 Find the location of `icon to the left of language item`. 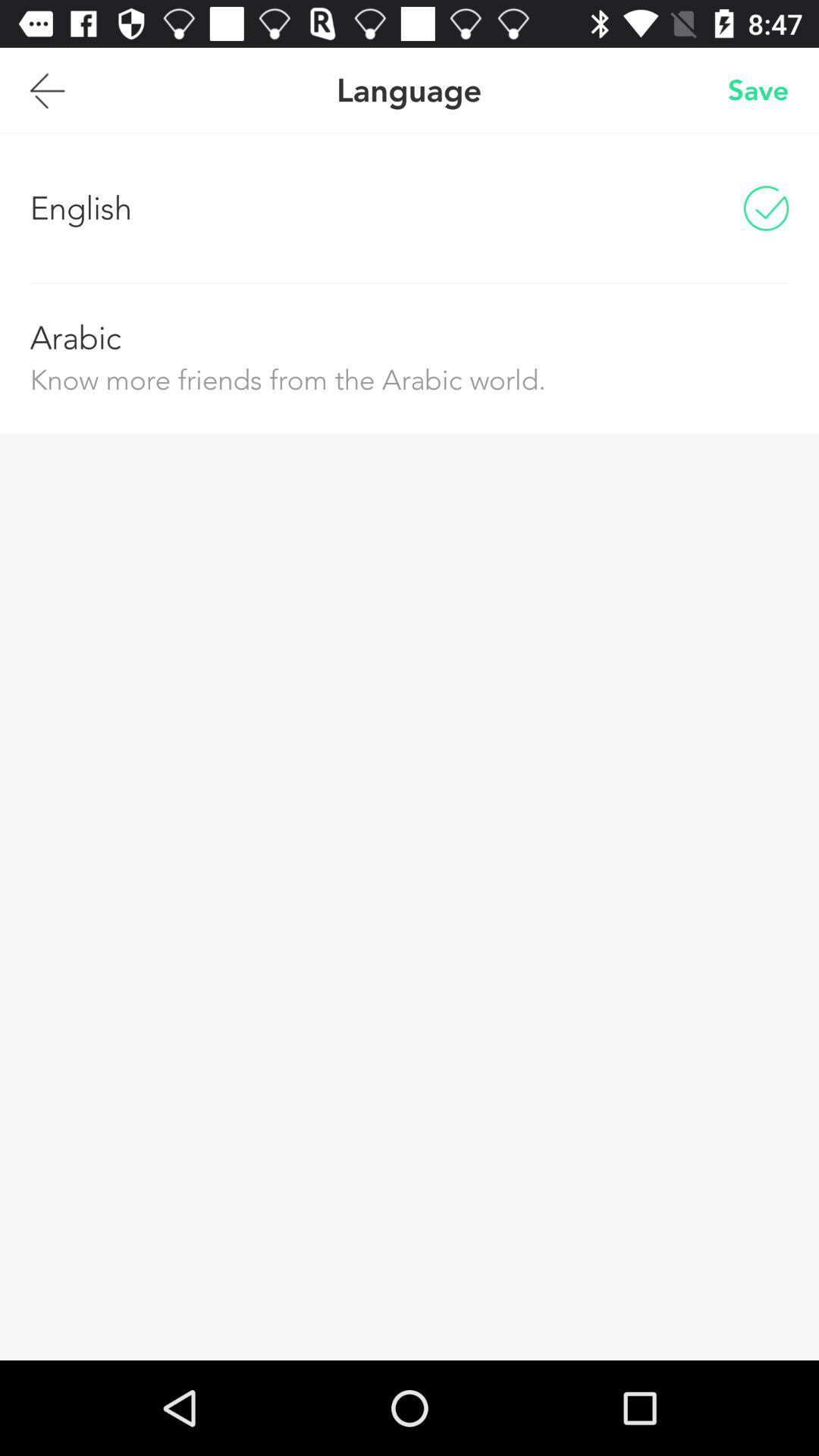

icon to the left of language item is located at coordinates (46, 89).